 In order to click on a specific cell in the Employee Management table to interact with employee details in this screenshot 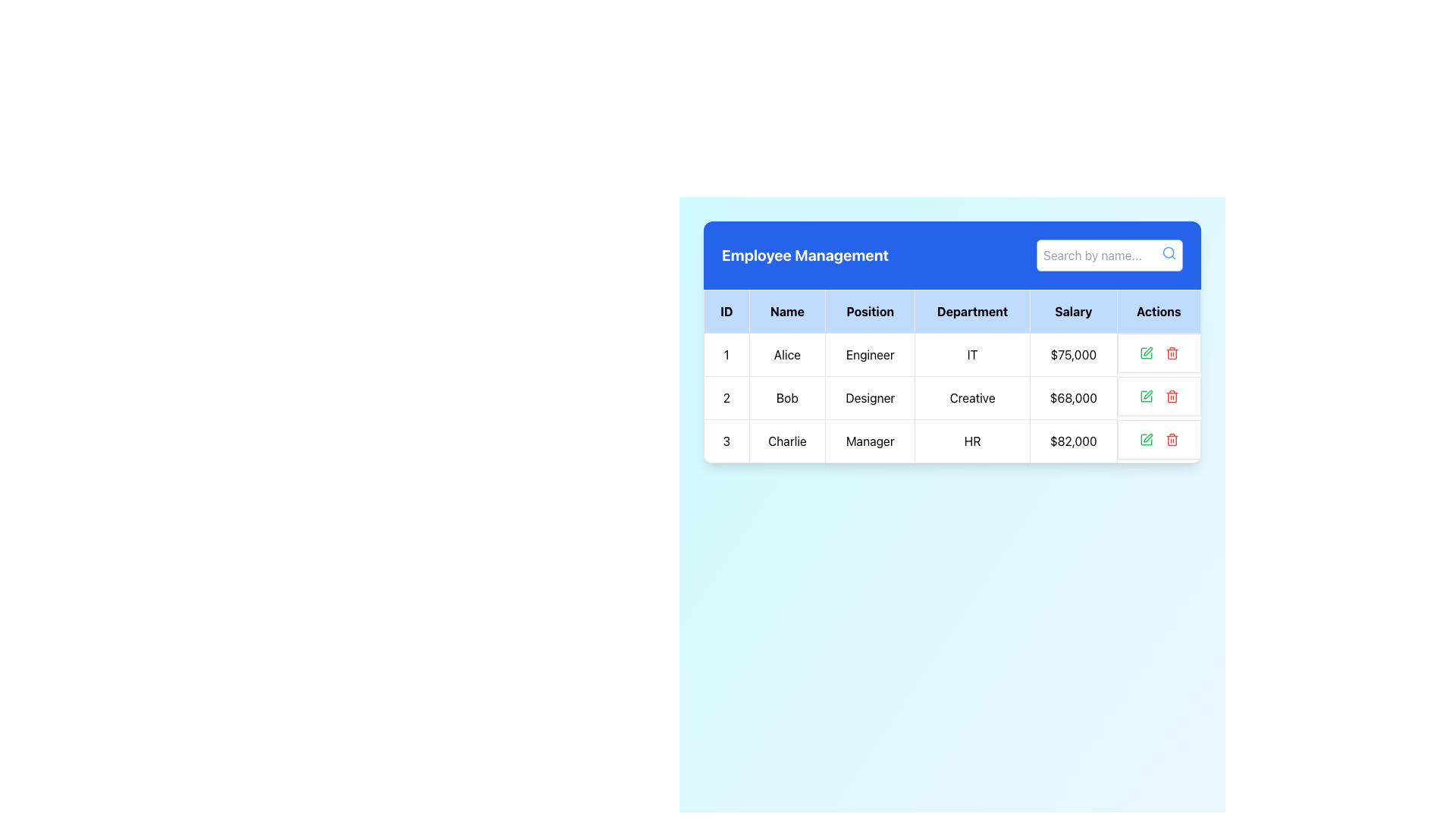, I will do `click(952, 375)`.